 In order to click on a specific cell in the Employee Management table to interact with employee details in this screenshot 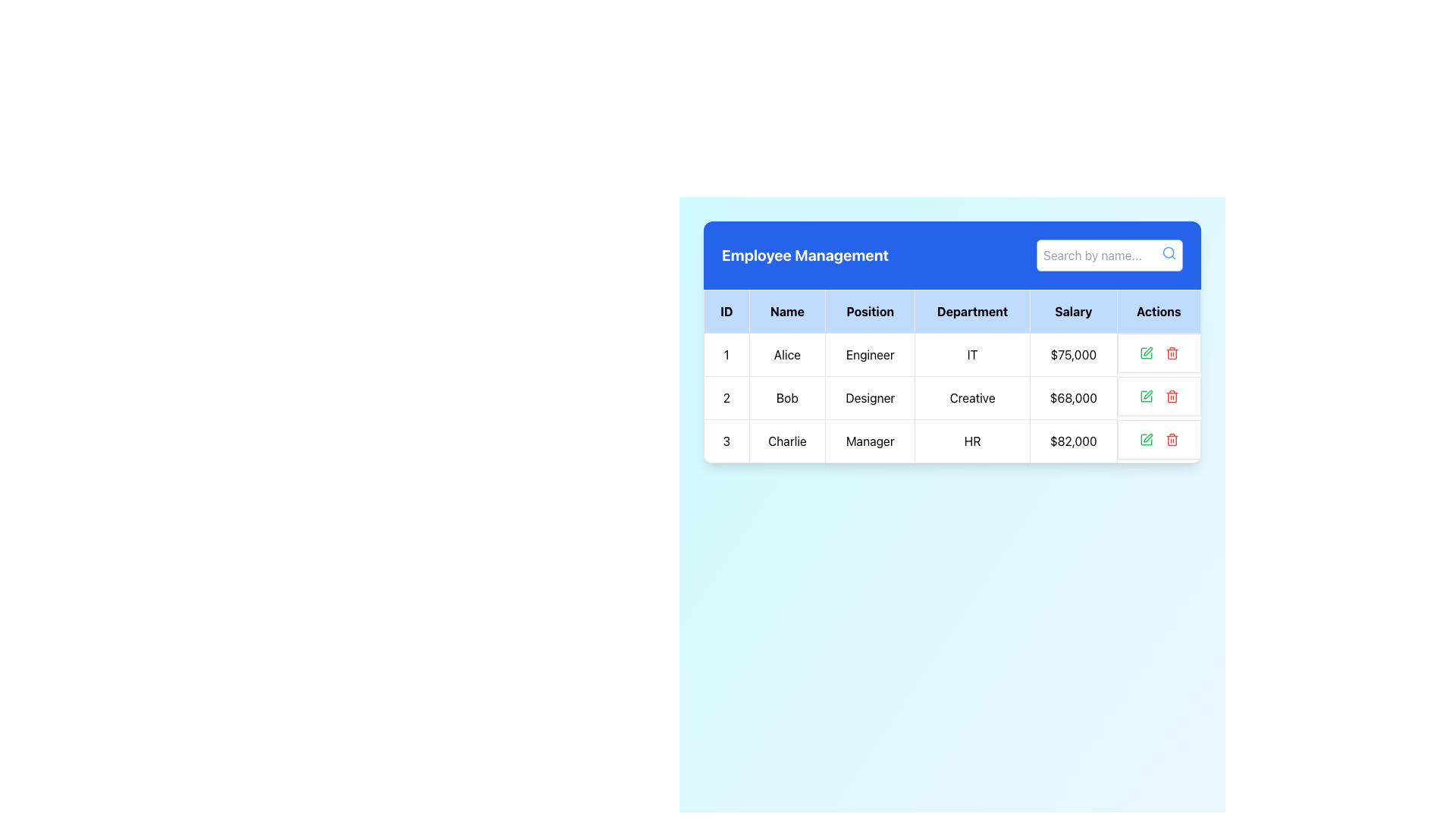, I will do `click(952, 375)`.